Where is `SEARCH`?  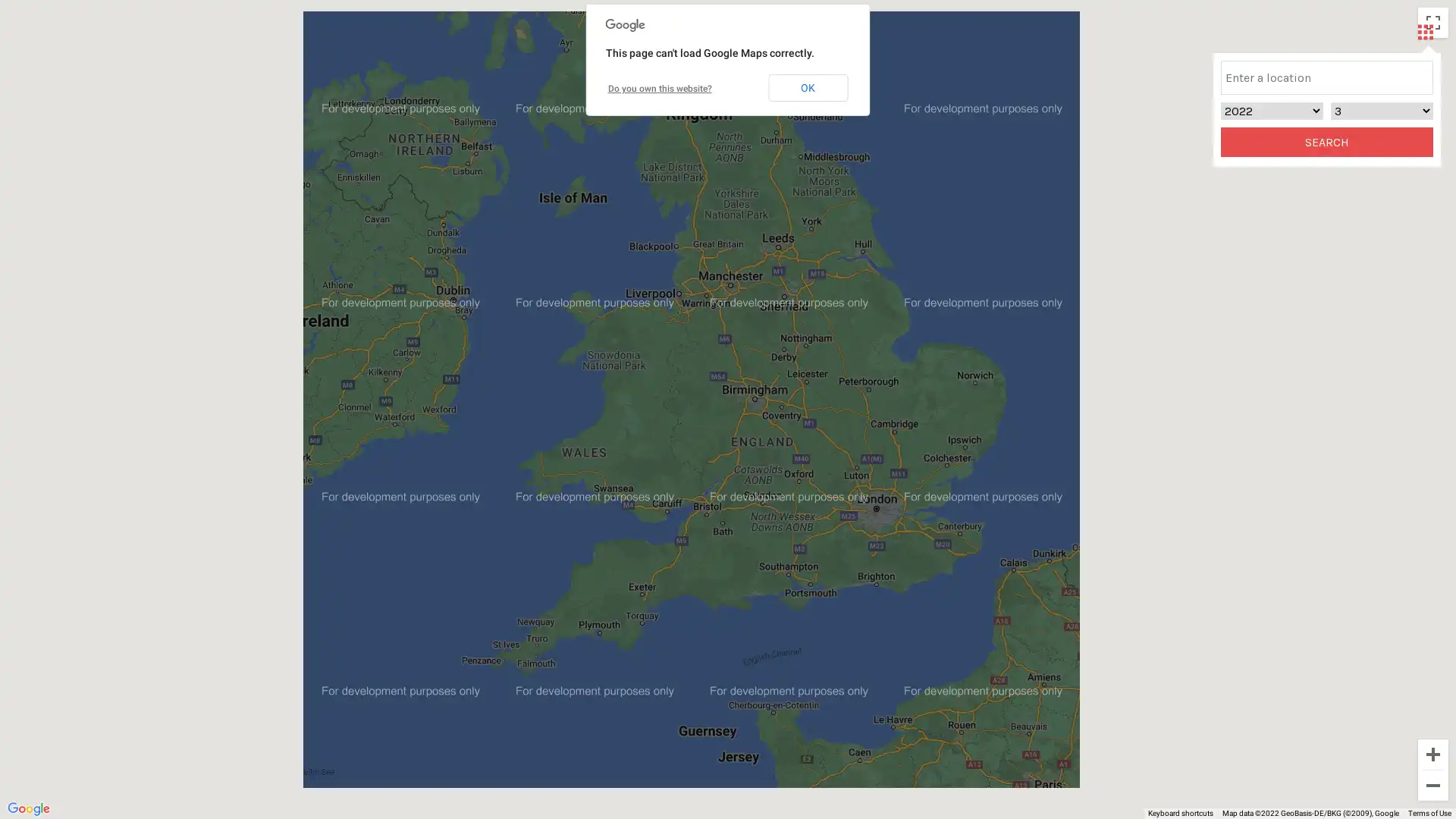
SEARCH is located at coordinates (1326, 142).